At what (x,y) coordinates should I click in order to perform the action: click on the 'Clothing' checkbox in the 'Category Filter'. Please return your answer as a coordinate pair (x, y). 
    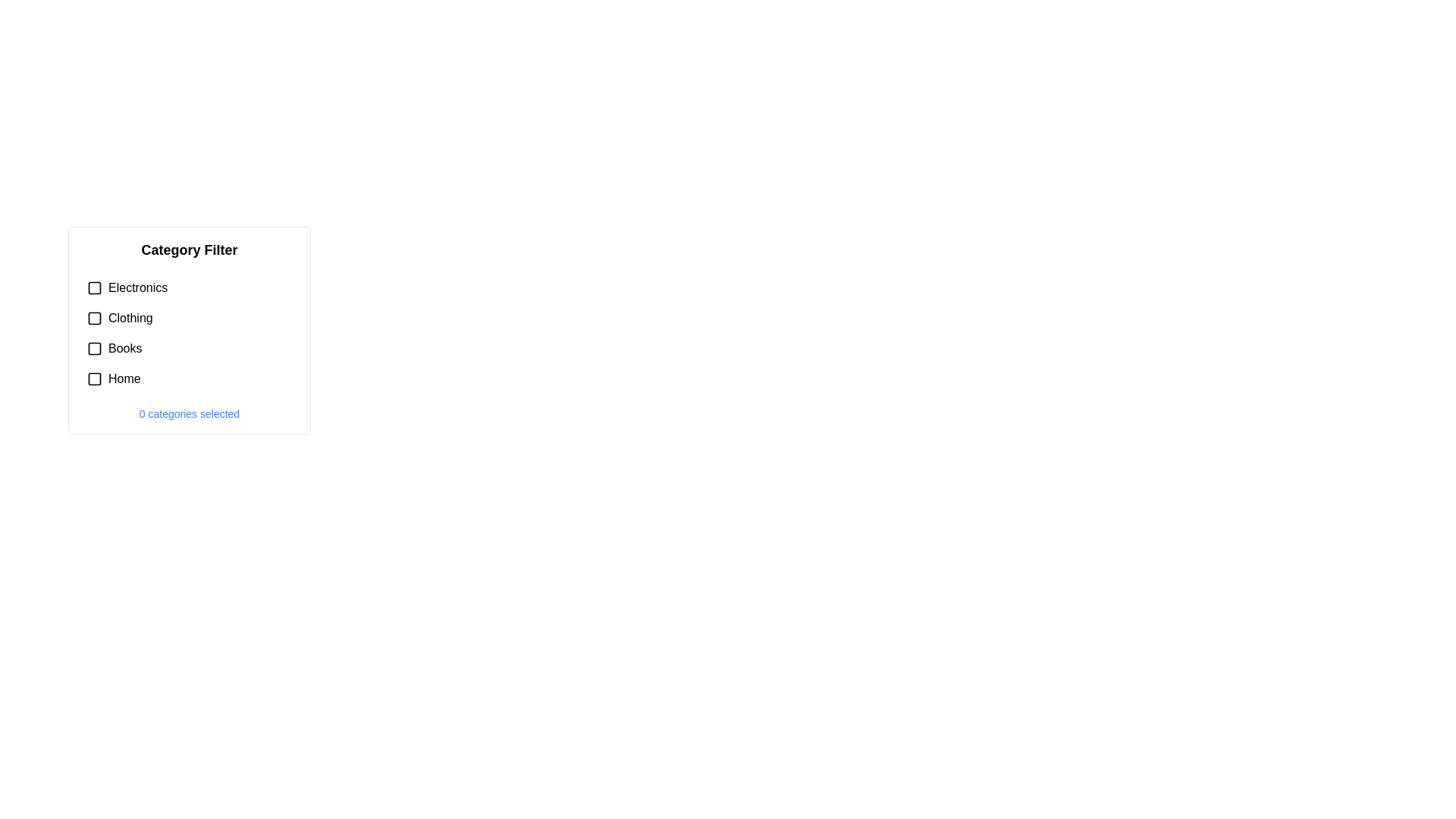
    Looking at the image, I should click on (188, 318).